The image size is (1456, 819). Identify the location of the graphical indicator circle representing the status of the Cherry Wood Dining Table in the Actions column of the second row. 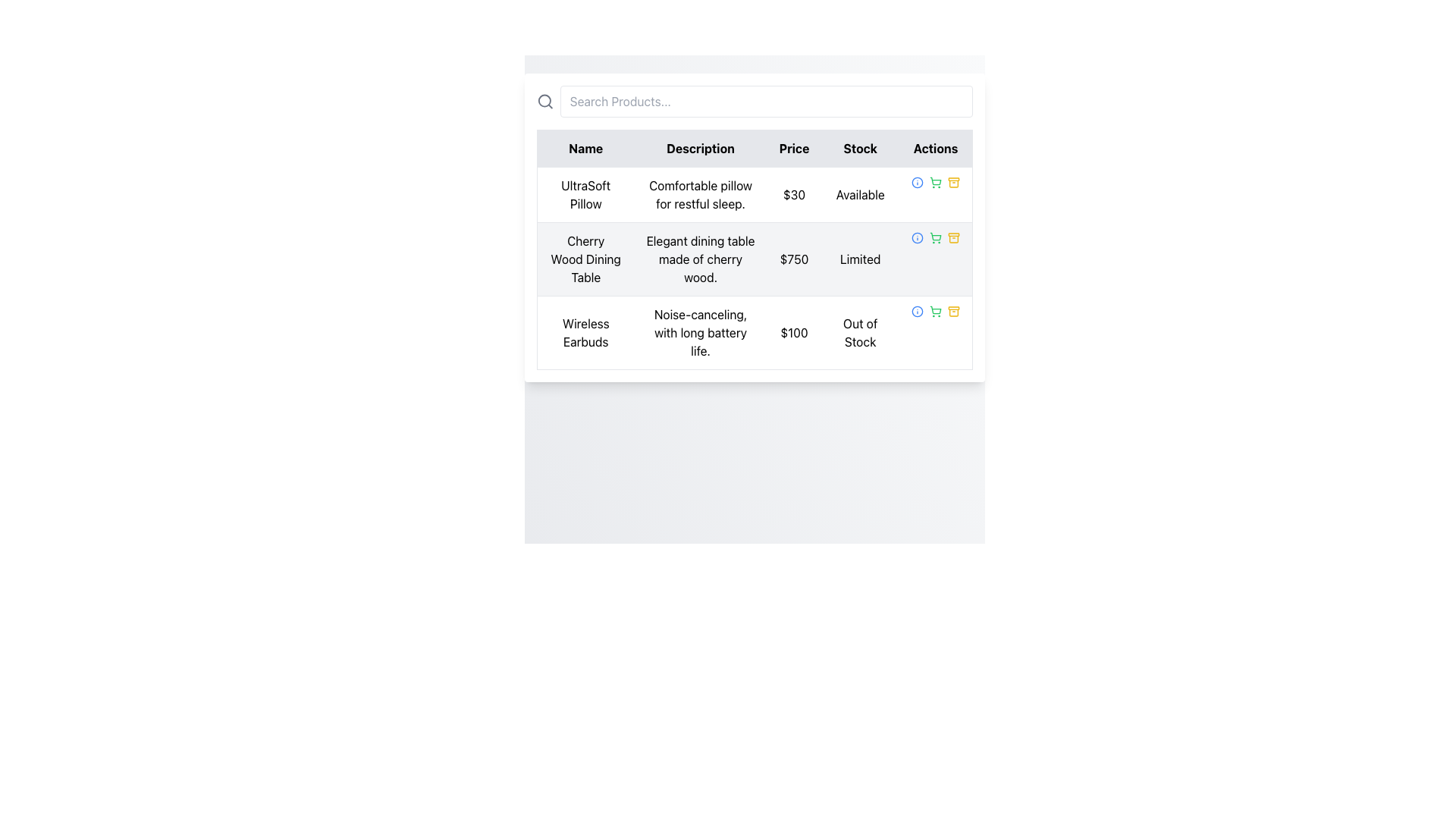
(916, 181).